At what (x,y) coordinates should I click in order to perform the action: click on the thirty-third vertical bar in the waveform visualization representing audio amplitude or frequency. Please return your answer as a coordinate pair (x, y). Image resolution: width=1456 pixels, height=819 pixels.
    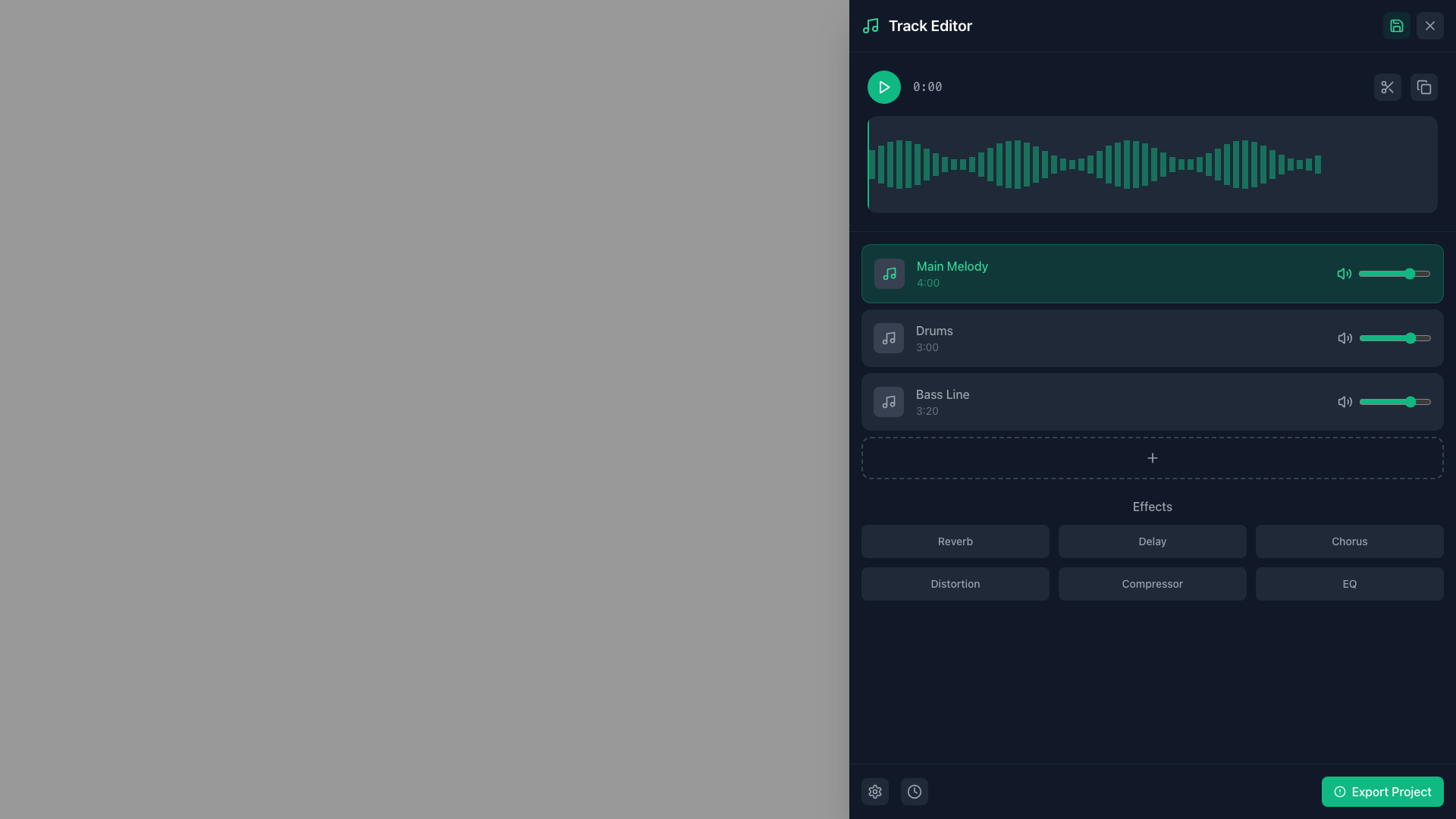
    Looking at the image, I should click on (1181, 164).